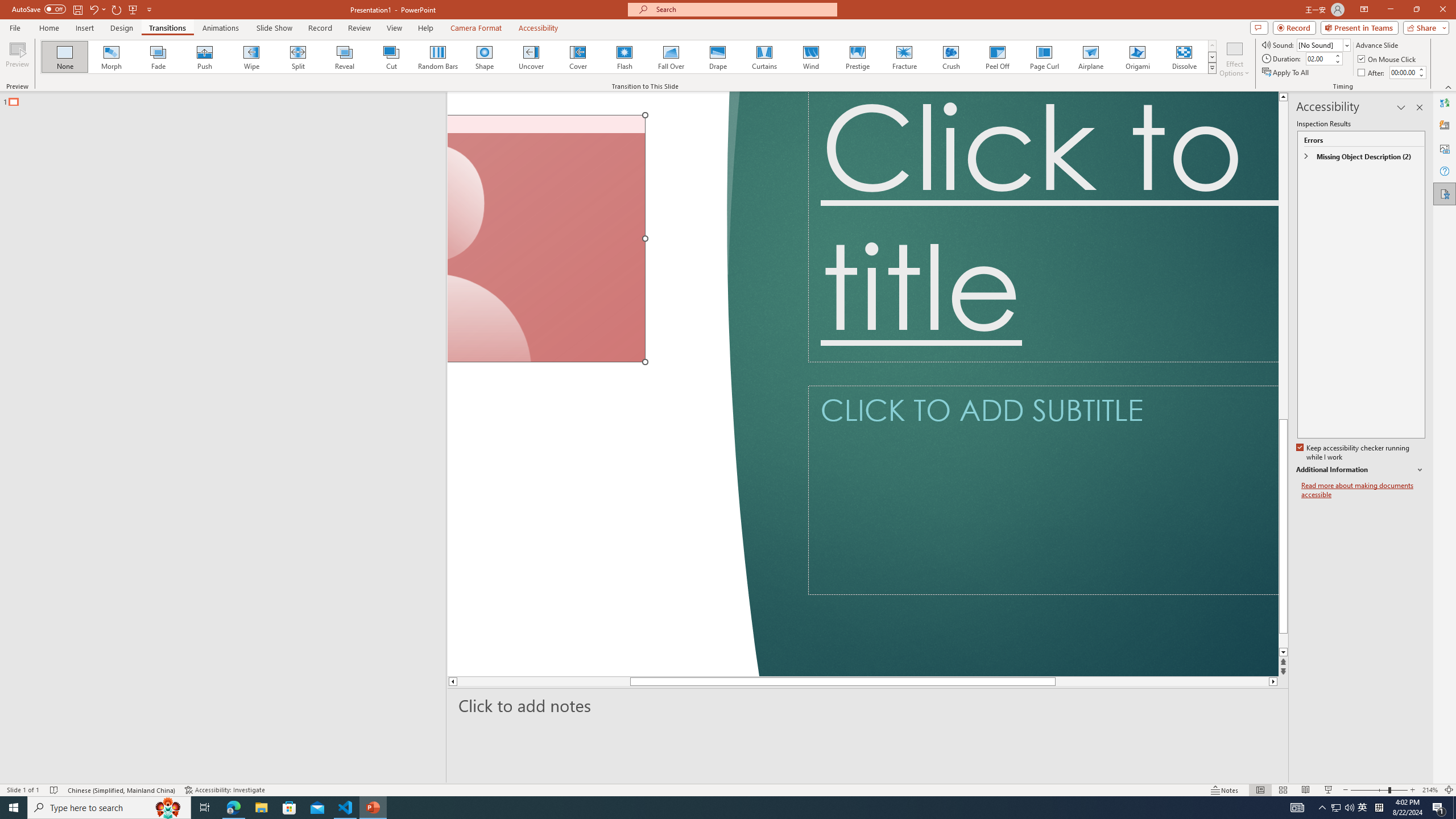 The image size is (1456, 819). I want to click on 'Effect Options', so click(1234, 59).